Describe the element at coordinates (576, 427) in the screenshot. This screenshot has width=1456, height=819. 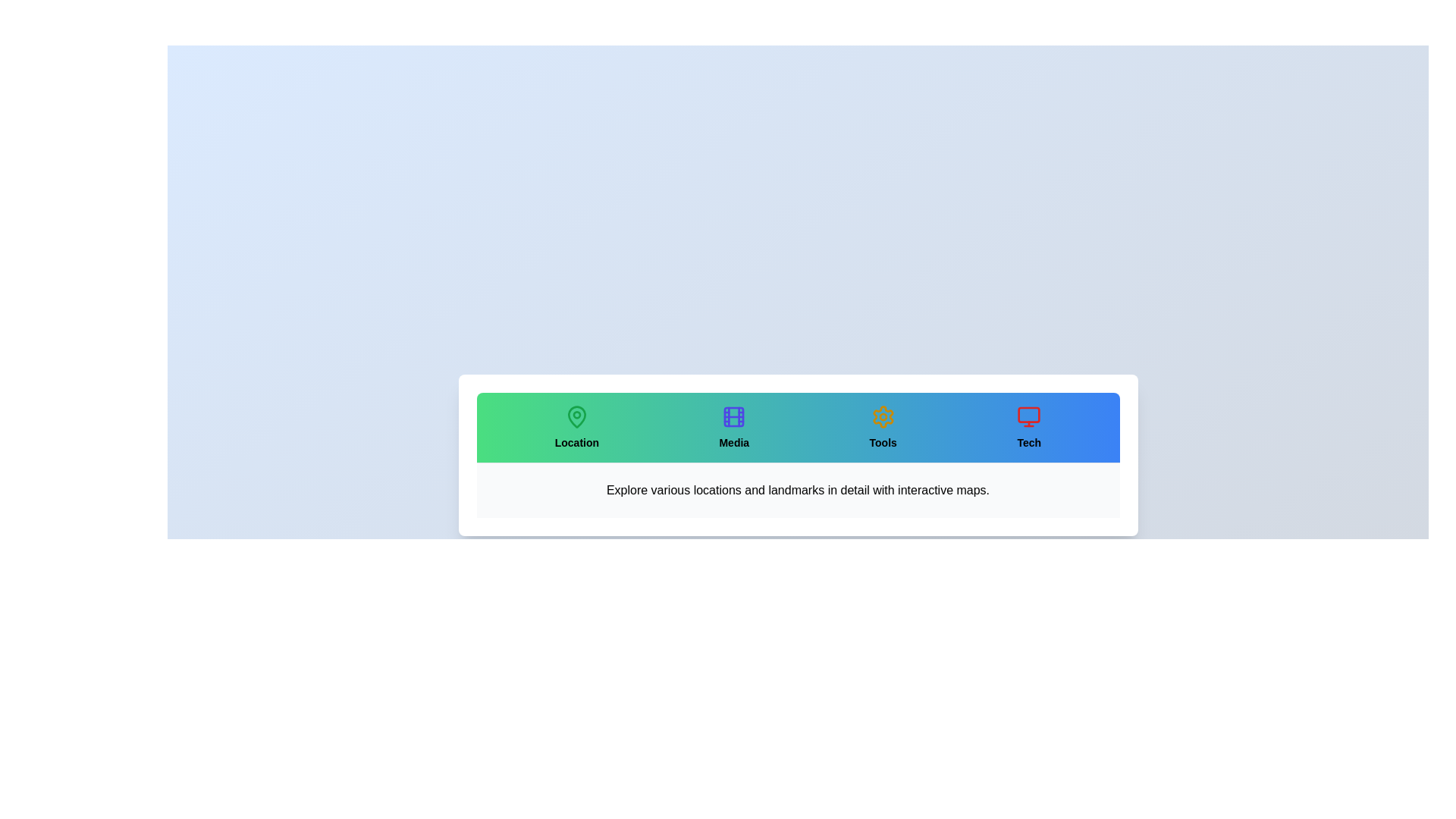
I see `the tab labeled Location` at that location.